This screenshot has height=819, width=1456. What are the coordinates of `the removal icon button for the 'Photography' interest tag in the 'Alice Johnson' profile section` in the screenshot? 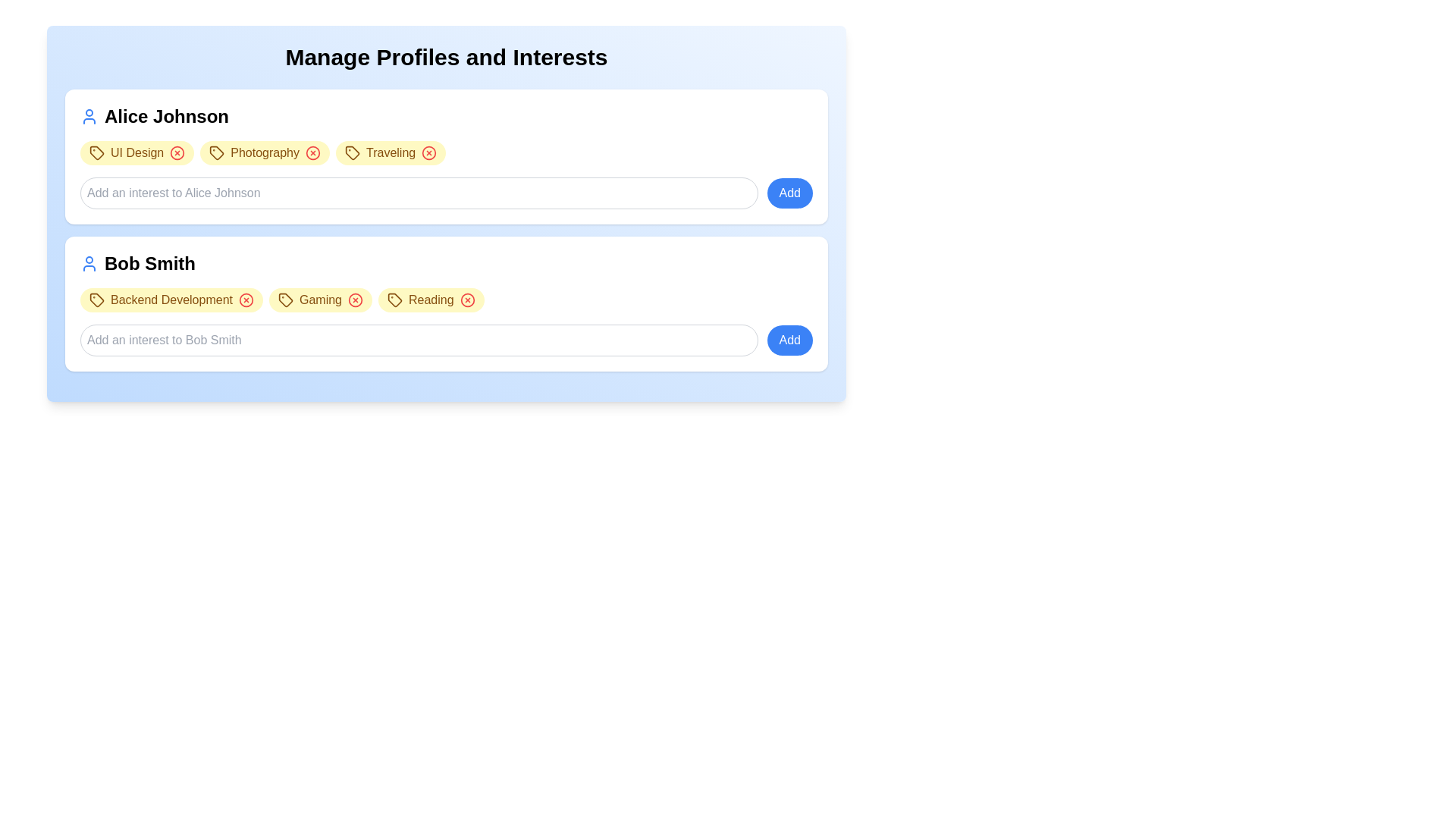 It's located at (312, 152).